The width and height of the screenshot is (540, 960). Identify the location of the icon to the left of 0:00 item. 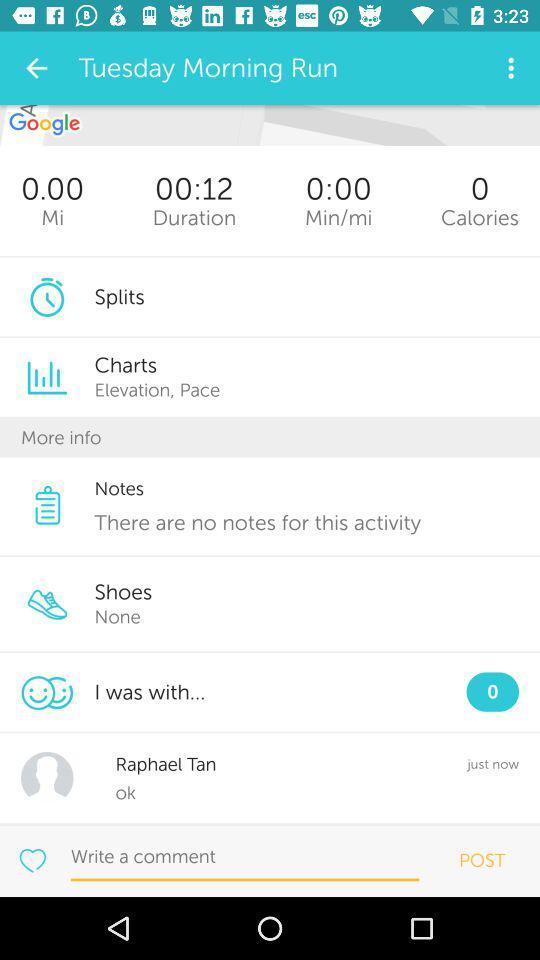
(194, 217).